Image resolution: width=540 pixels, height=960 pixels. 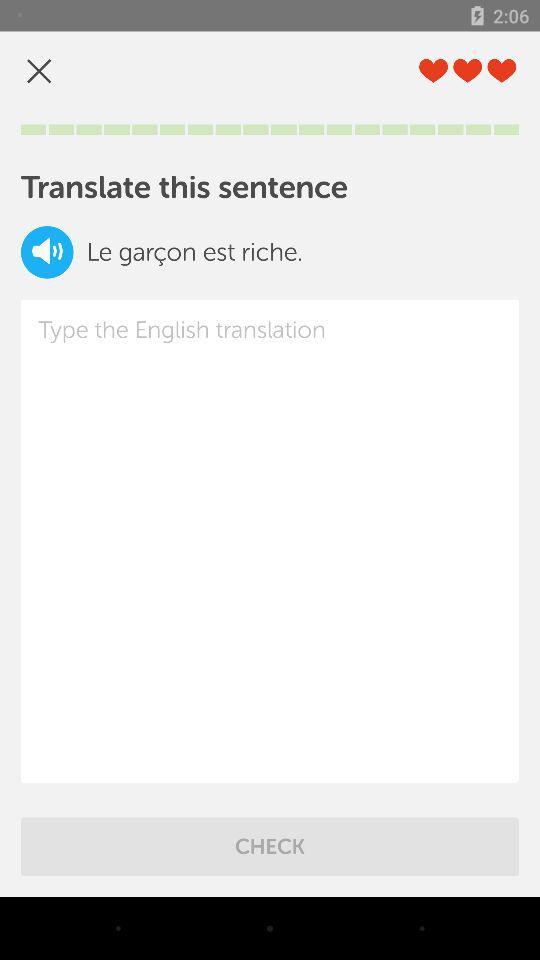 I want to click on icon next to the le, so click(x=47, y=251).